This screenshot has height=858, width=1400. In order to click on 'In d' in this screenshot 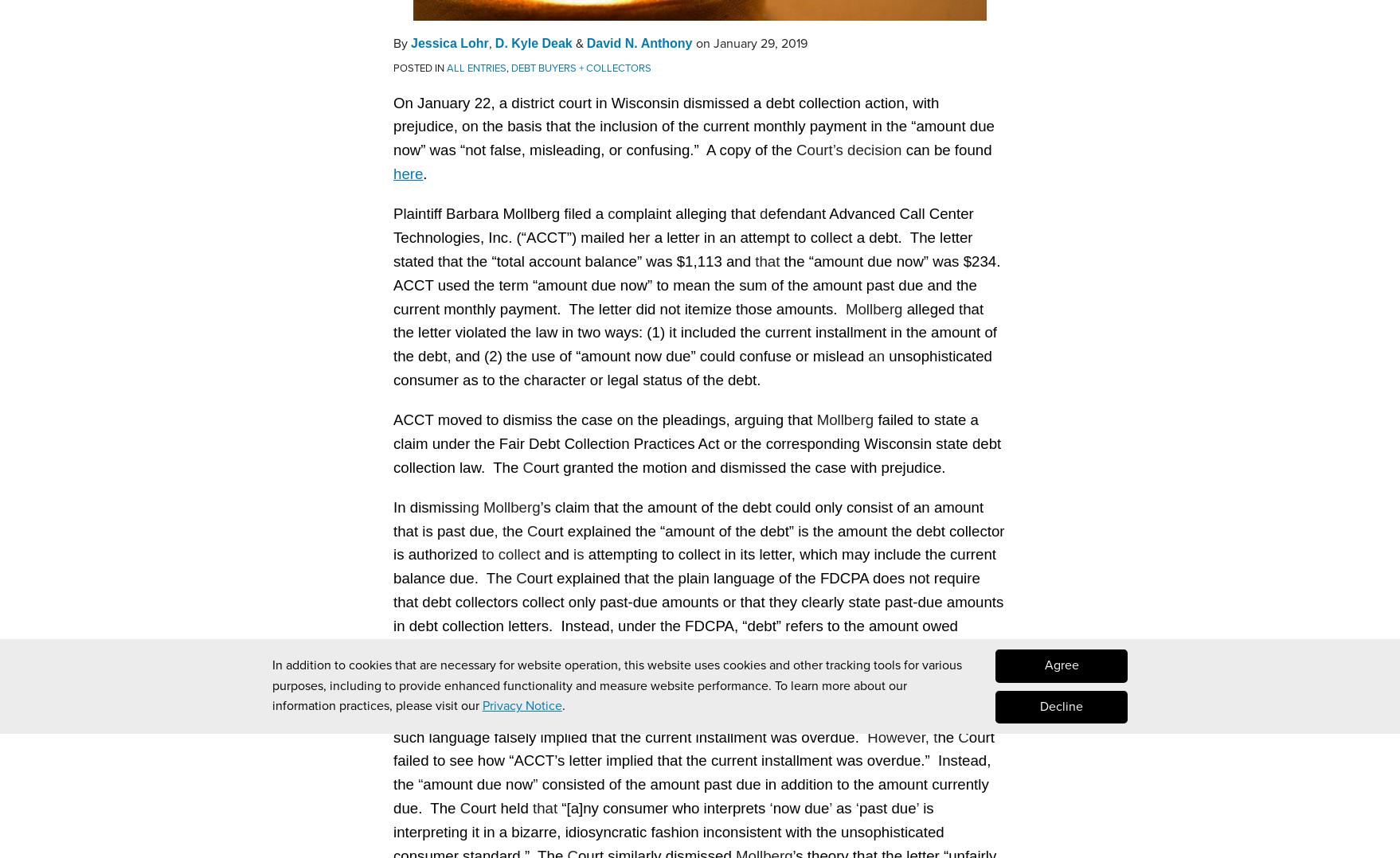, I will do `click(405, 505)`.